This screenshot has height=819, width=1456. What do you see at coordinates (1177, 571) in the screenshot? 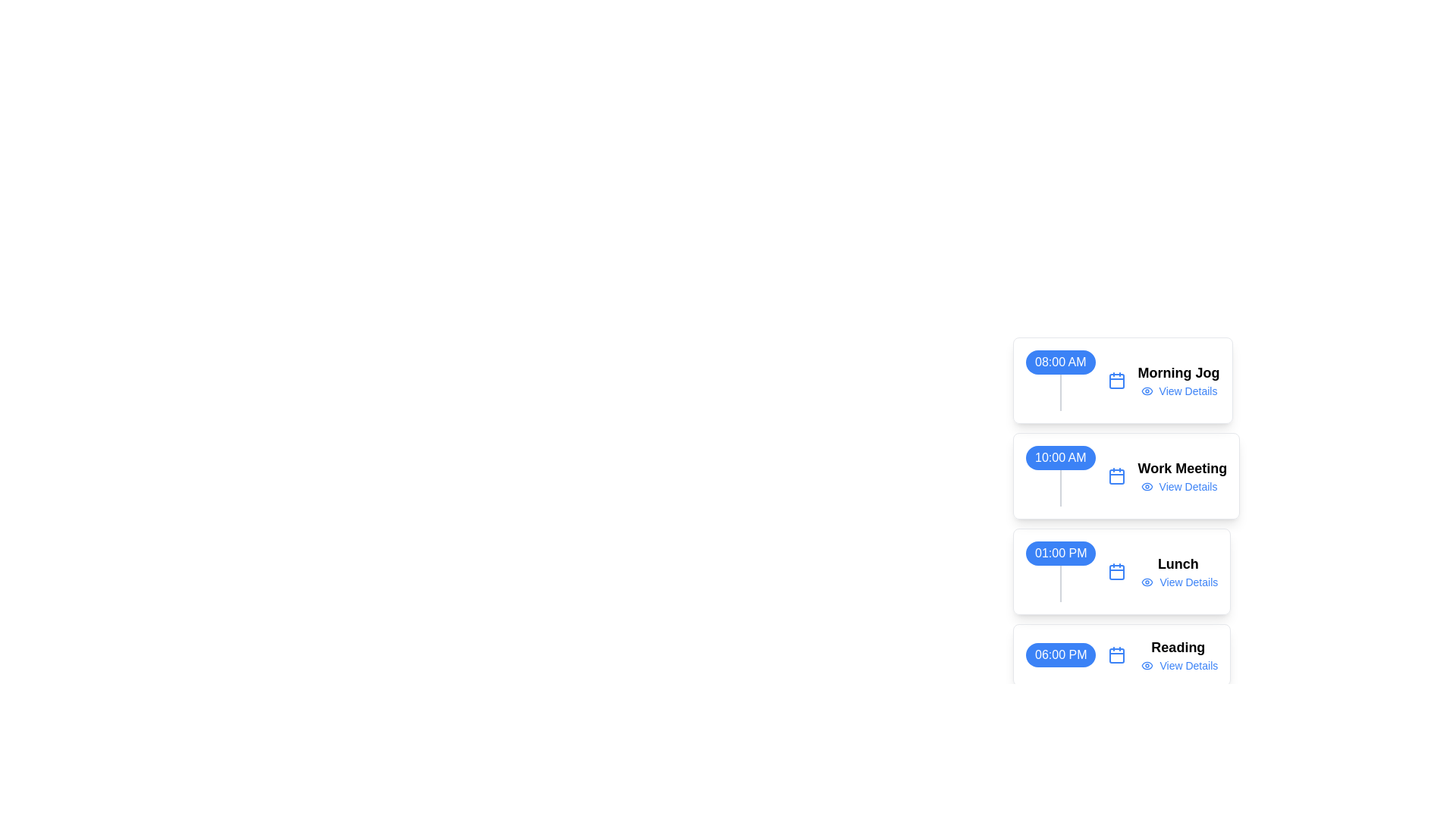
I see `the eye icon next to the 'View Details' link for the 'Lunch' event to potentially display a tooltip` at bounding box center [1177, 571].